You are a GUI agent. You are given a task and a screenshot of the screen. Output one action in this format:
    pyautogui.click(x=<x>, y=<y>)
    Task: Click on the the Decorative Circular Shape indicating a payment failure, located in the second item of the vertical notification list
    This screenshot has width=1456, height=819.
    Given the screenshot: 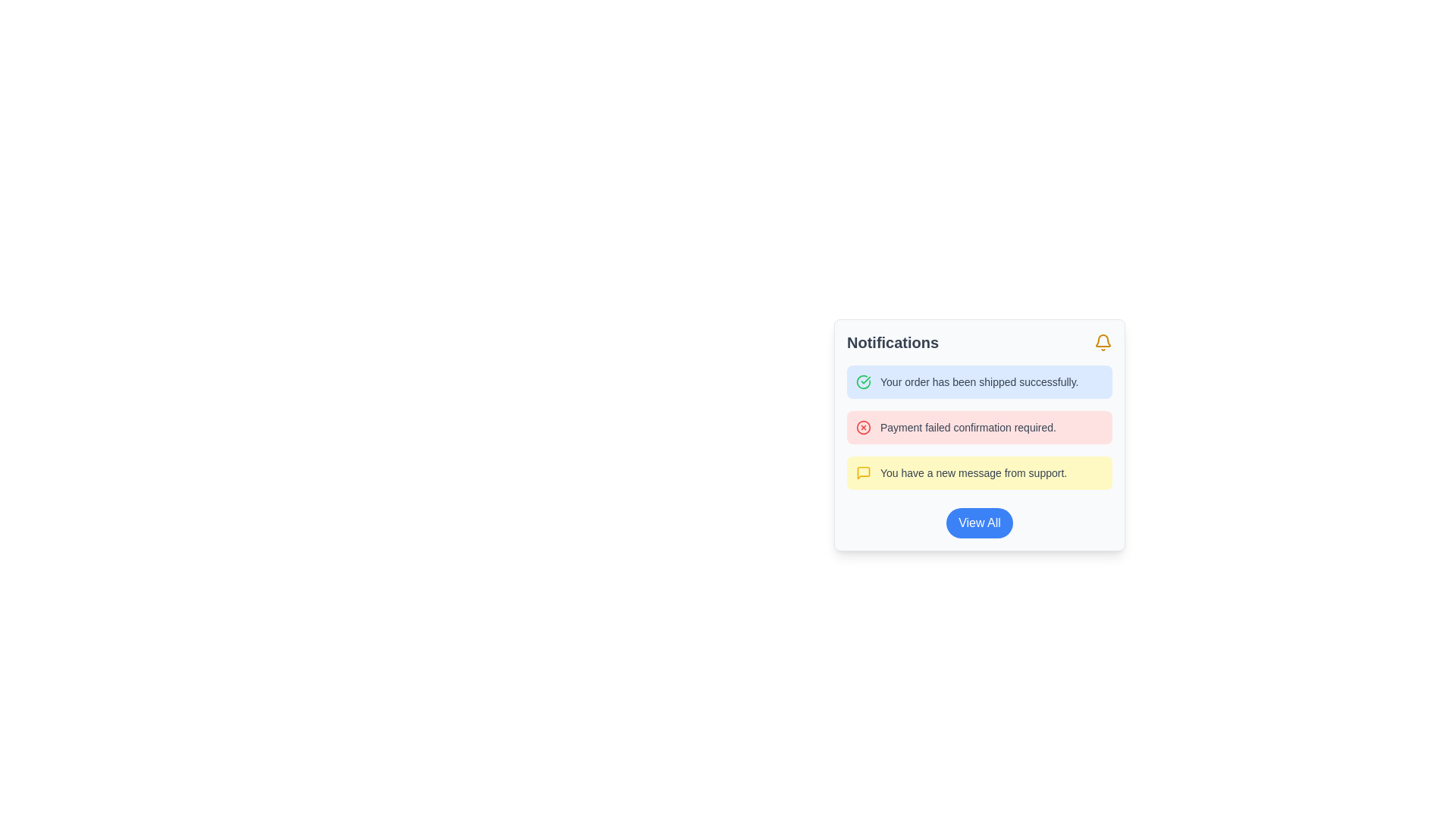 What is the action you would take?
    pyautogui.click(x=863, y=427)
    